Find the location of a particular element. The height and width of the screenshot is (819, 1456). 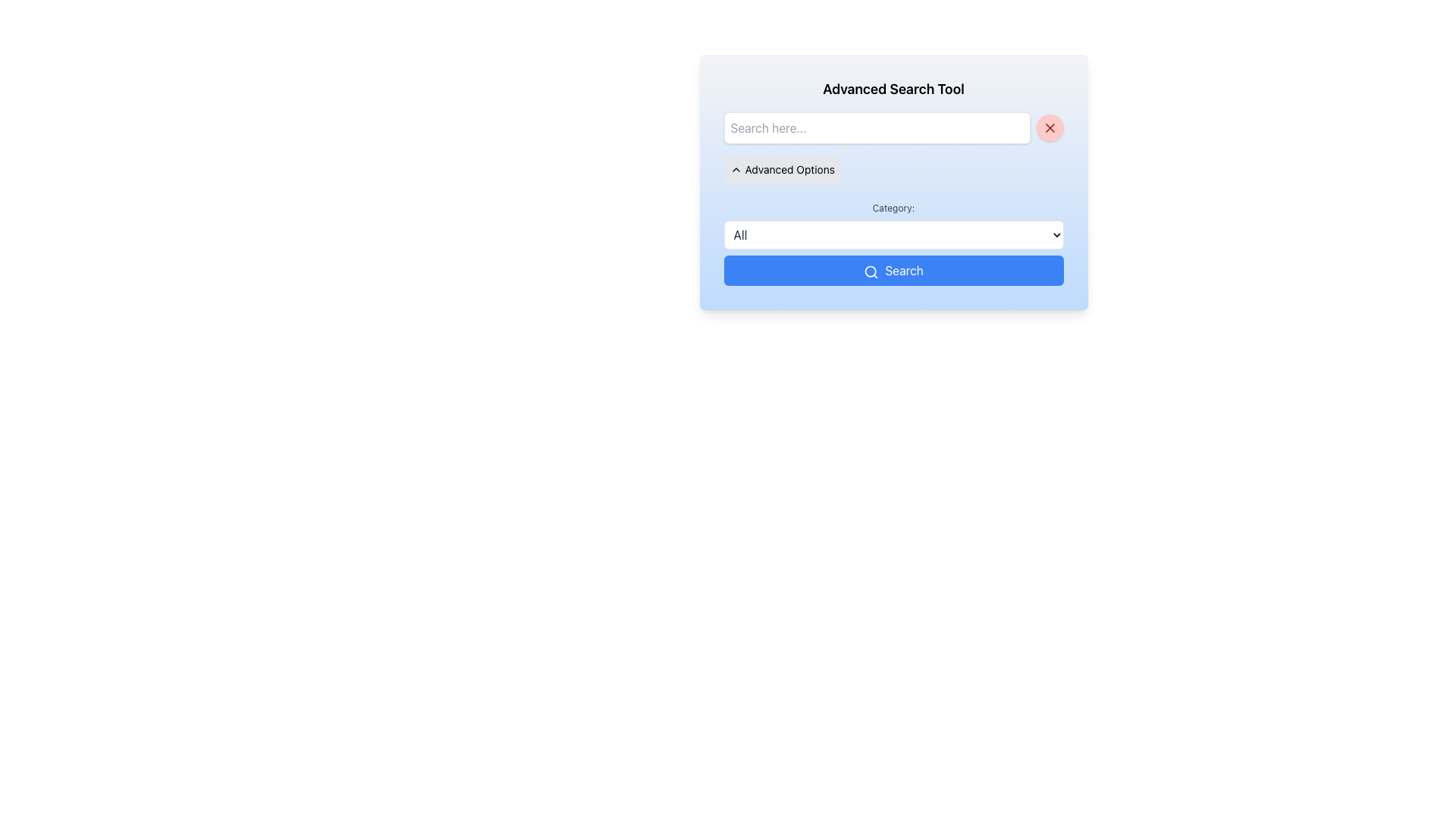

the 'Search' button which contains the leftmost icon indicating the search functionality is located at coordinates (871, 271).